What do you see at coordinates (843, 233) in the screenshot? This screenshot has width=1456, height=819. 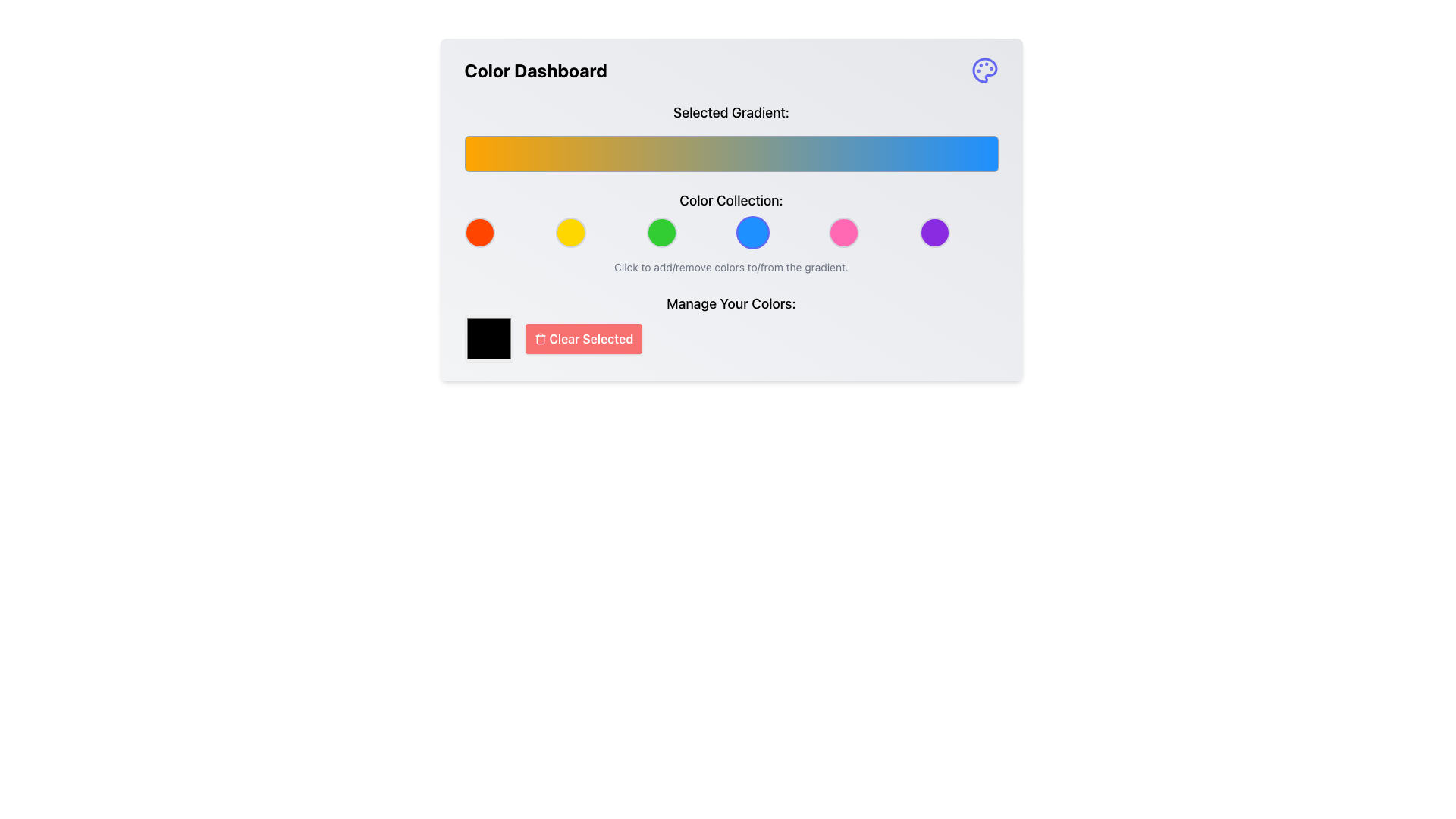 I see `the circular button with a vibrant pink background and a thin gray border` at bounding box center [843, 233].